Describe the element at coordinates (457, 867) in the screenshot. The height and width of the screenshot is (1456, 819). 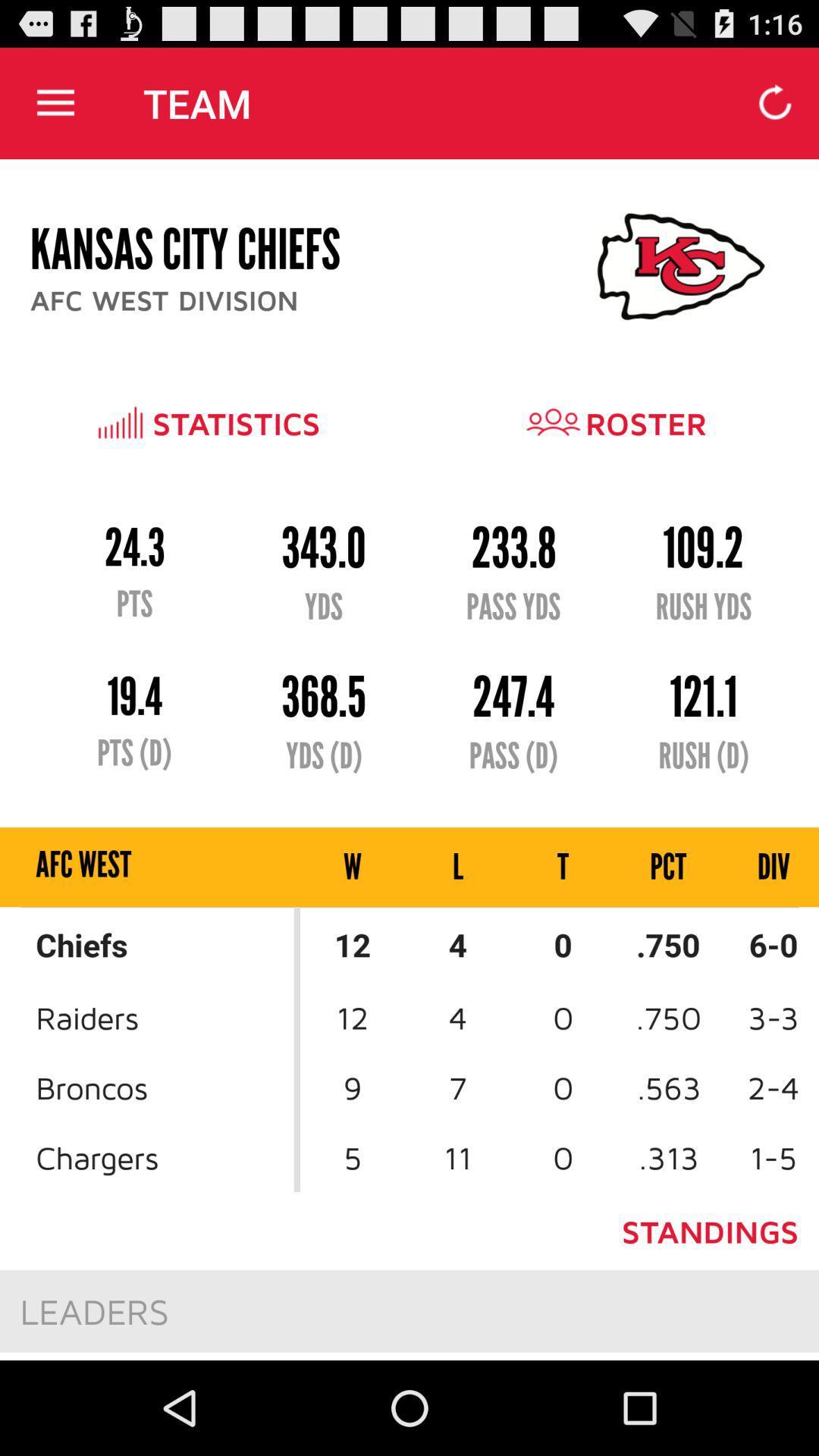
I see `item above 12 icon` at that location.